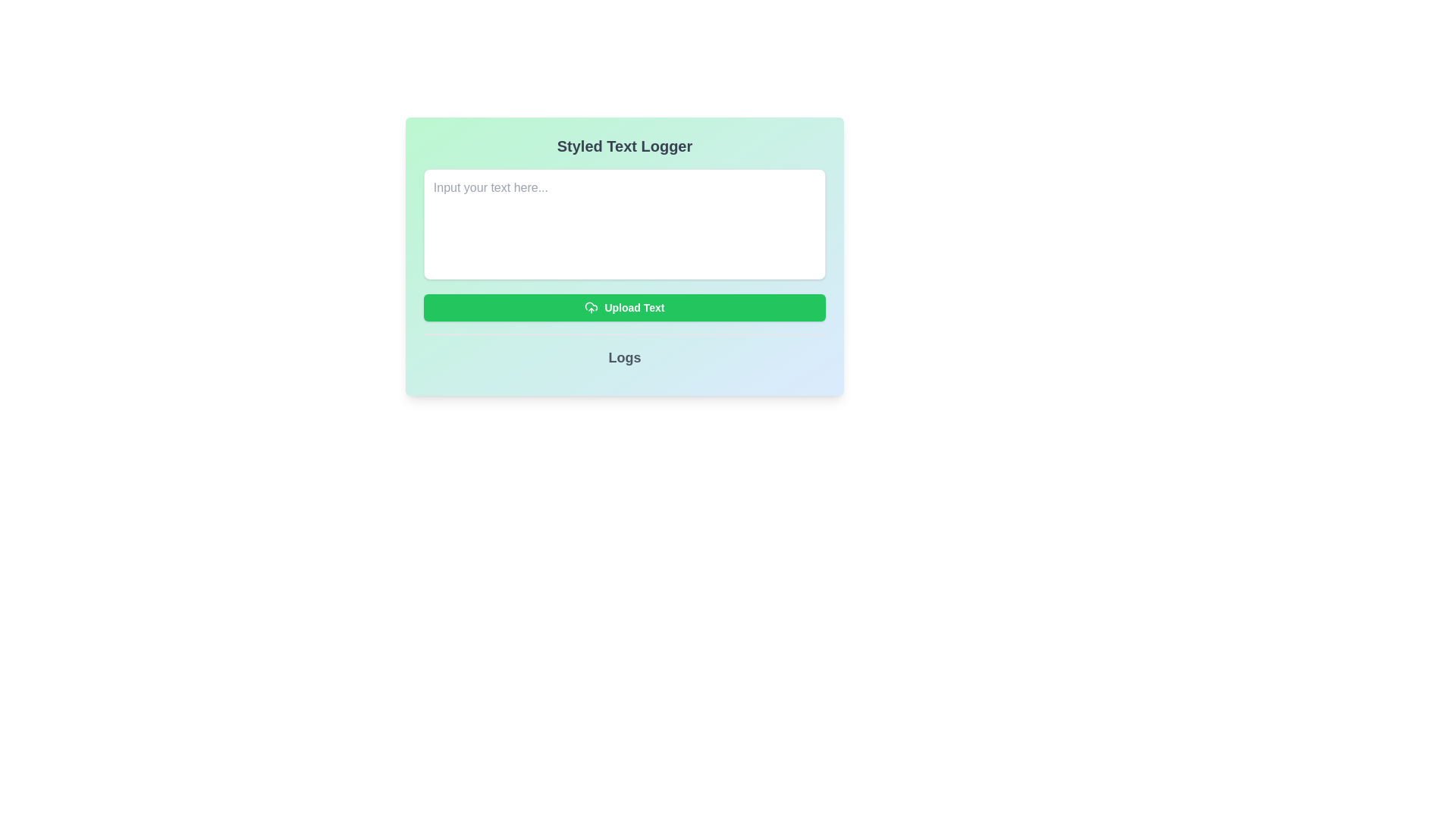  I want to click on the text label located beneath the 'Upload Text' button, so click(625, 350).